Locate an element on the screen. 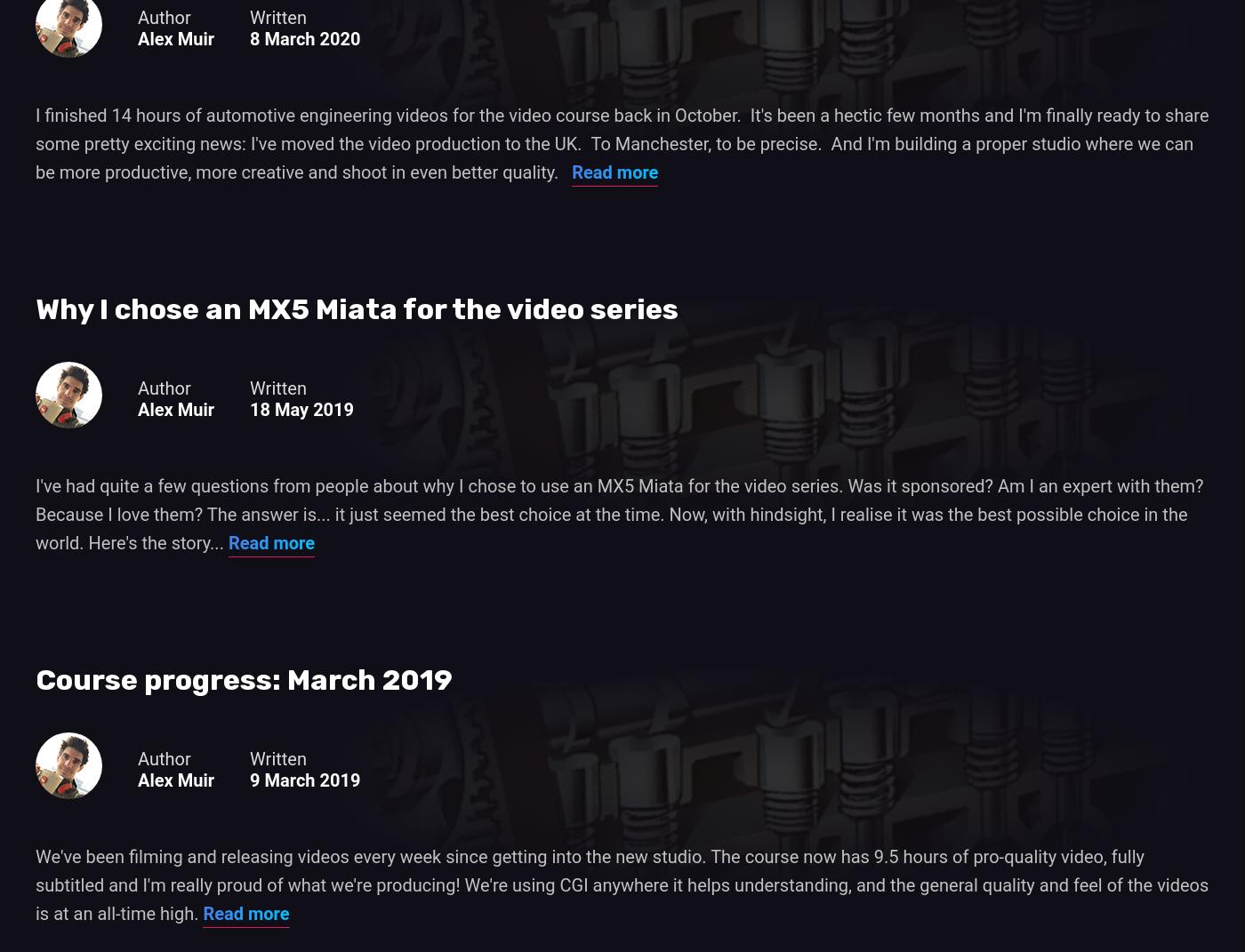 This screenshot has width=1245, height=952. 'I finished 14 hours of automotive engineering videos for the video course back in October.  It's been a hectic few months and I'm finally ready to share some pretty exciting news: I've moved the video production to the UK.  To Manchester, to be precise.  And I'm building a proper studio where we can be more productive, more creative and shoot in even better quality.' is located at coordinates (36, 143).